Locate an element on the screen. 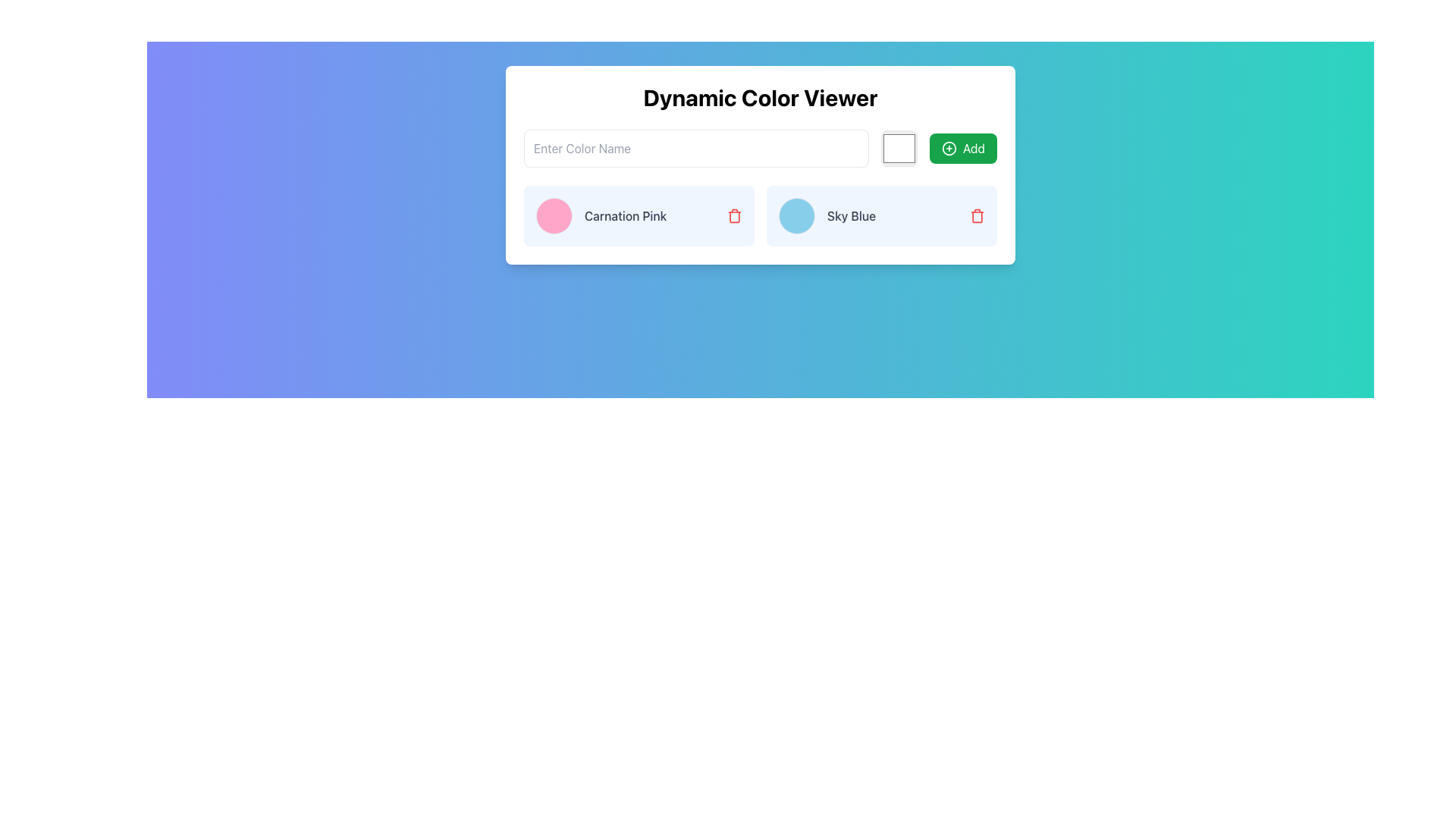  the text label that conveys the color name 'Carnation Pink' to read its content is located at coordinates (626, 216).